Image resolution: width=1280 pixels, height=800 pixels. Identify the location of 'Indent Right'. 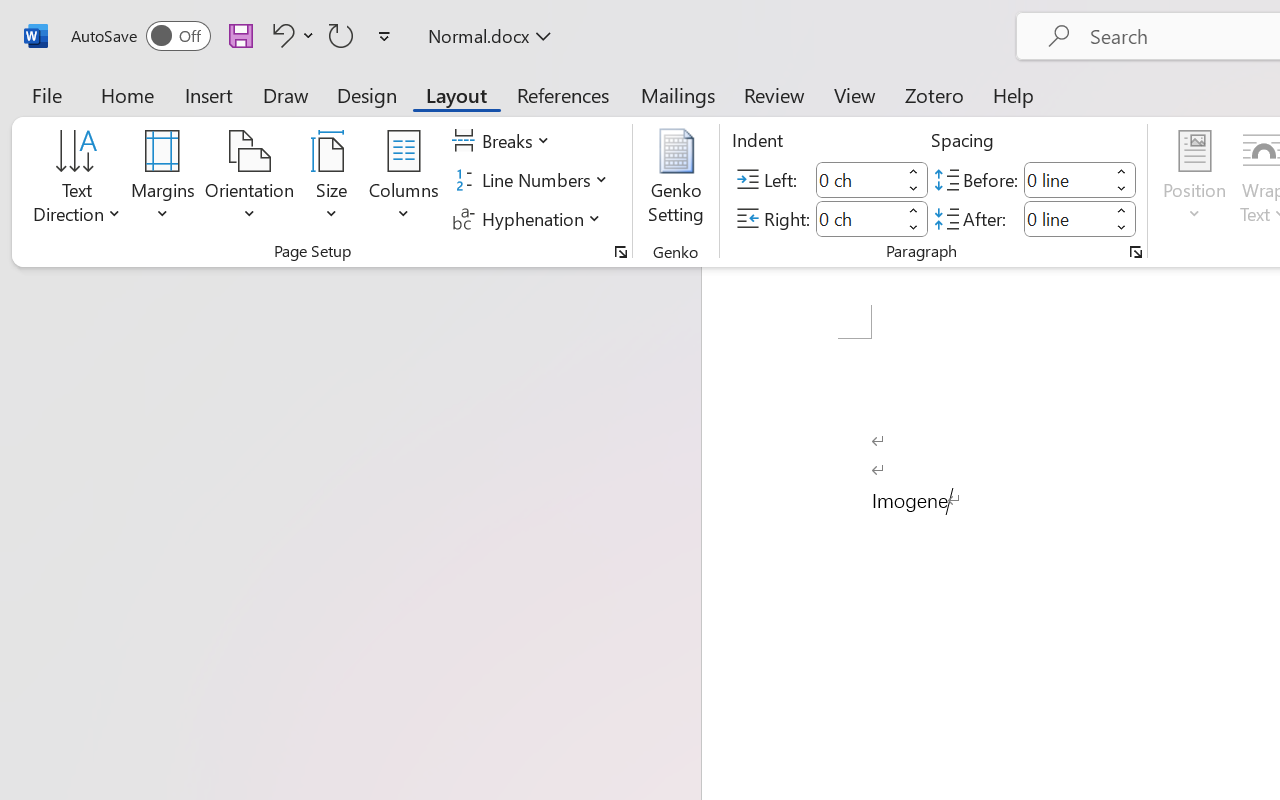
(858, 218).